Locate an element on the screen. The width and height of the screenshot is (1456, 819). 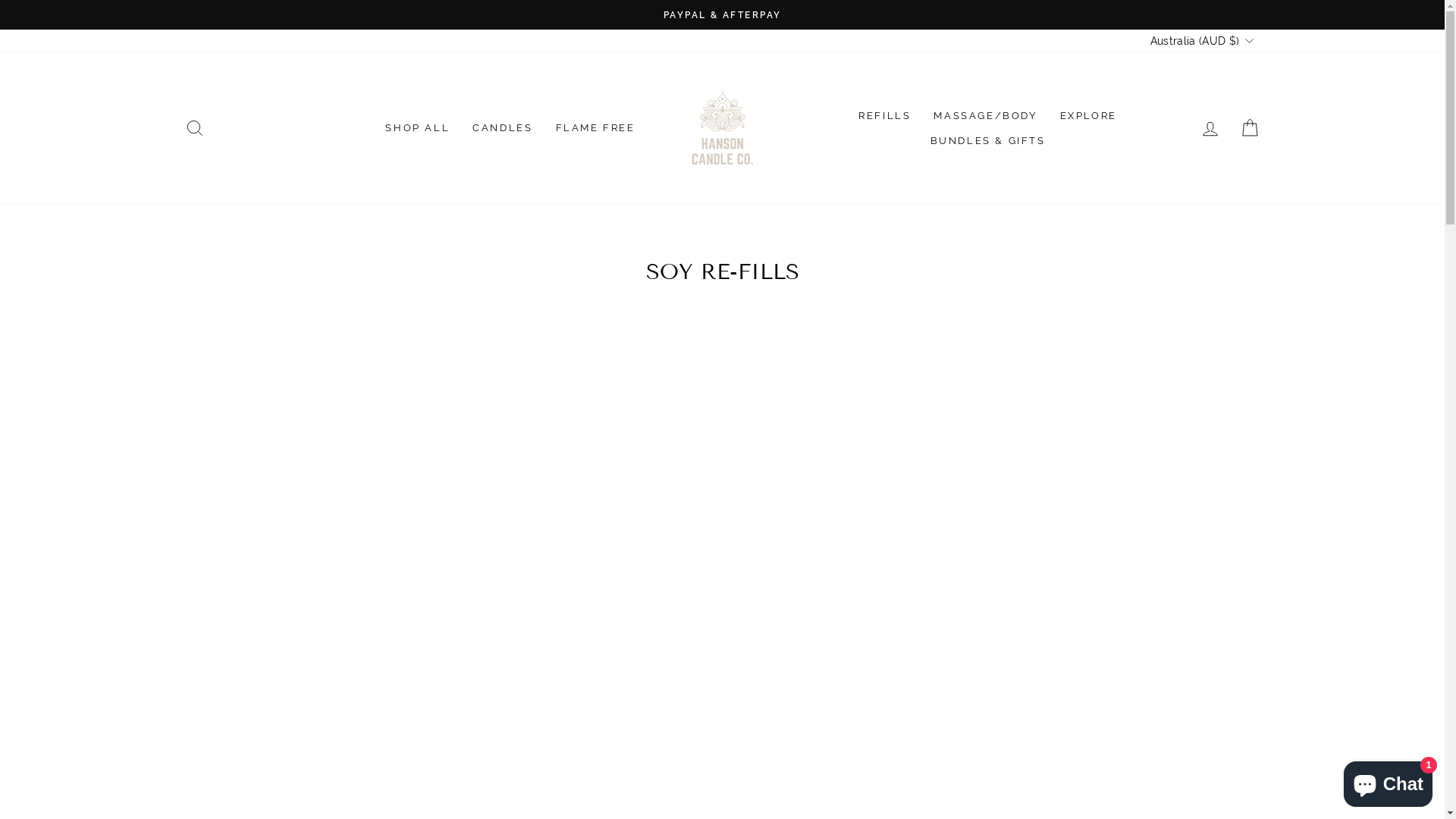
'CART' is located at coordinates (1230, 127).